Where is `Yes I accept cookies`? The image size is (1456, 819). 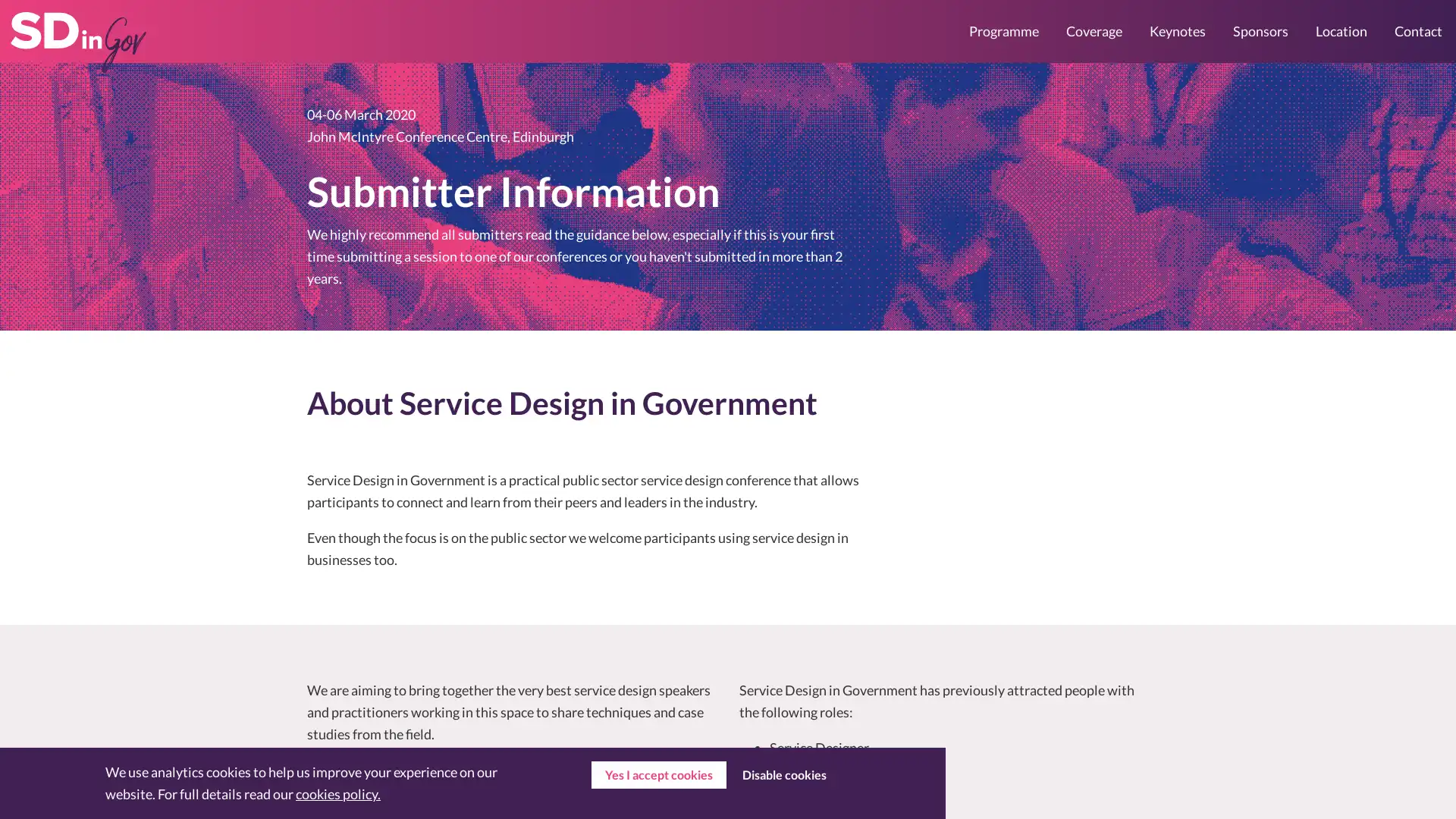 Yes I accept cookies is located at coordinates (658, 775).